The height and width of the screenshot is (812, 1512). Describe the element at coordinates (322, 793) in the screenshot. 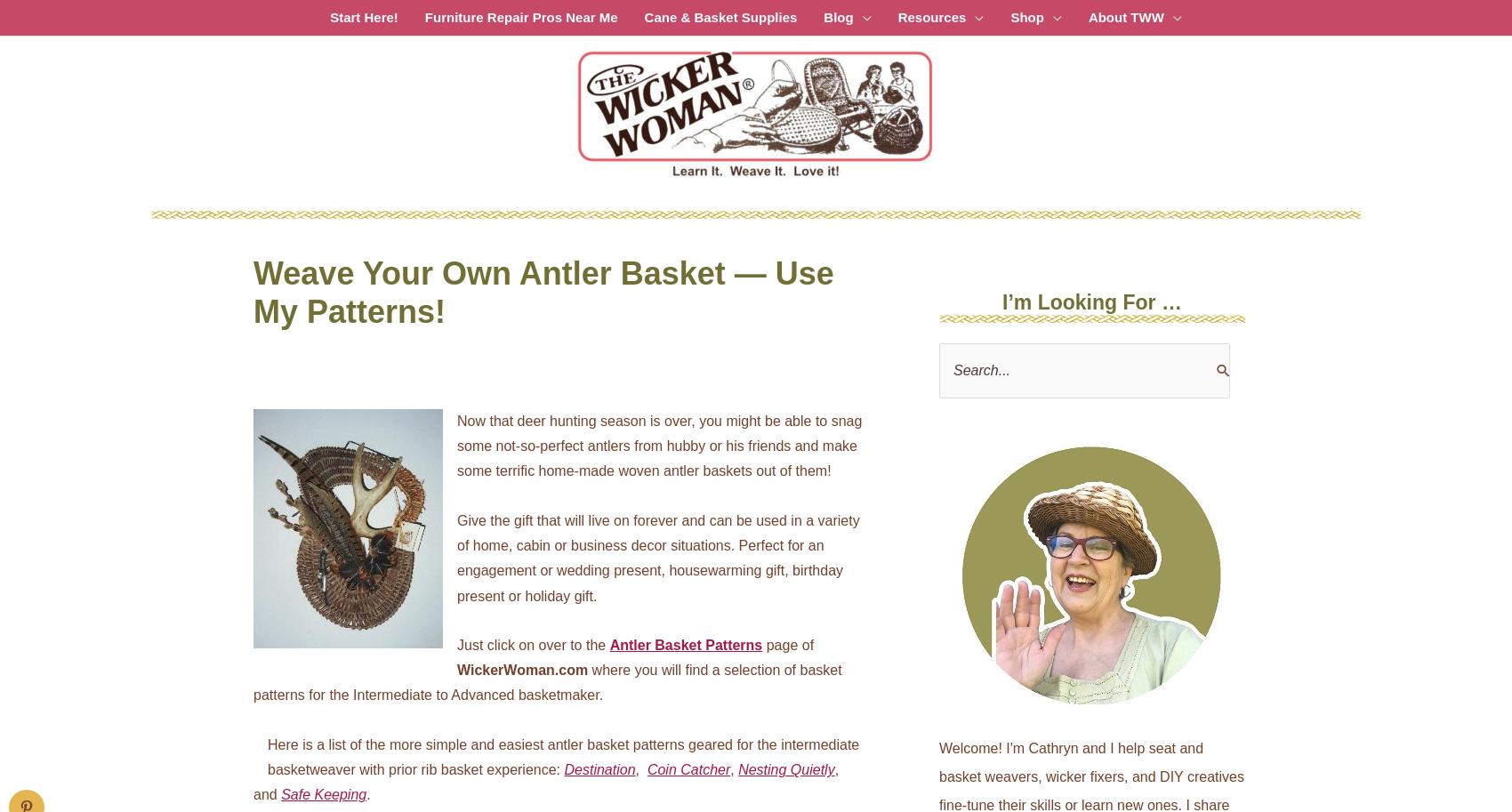

I see `'Safe Keeping'` at that location.